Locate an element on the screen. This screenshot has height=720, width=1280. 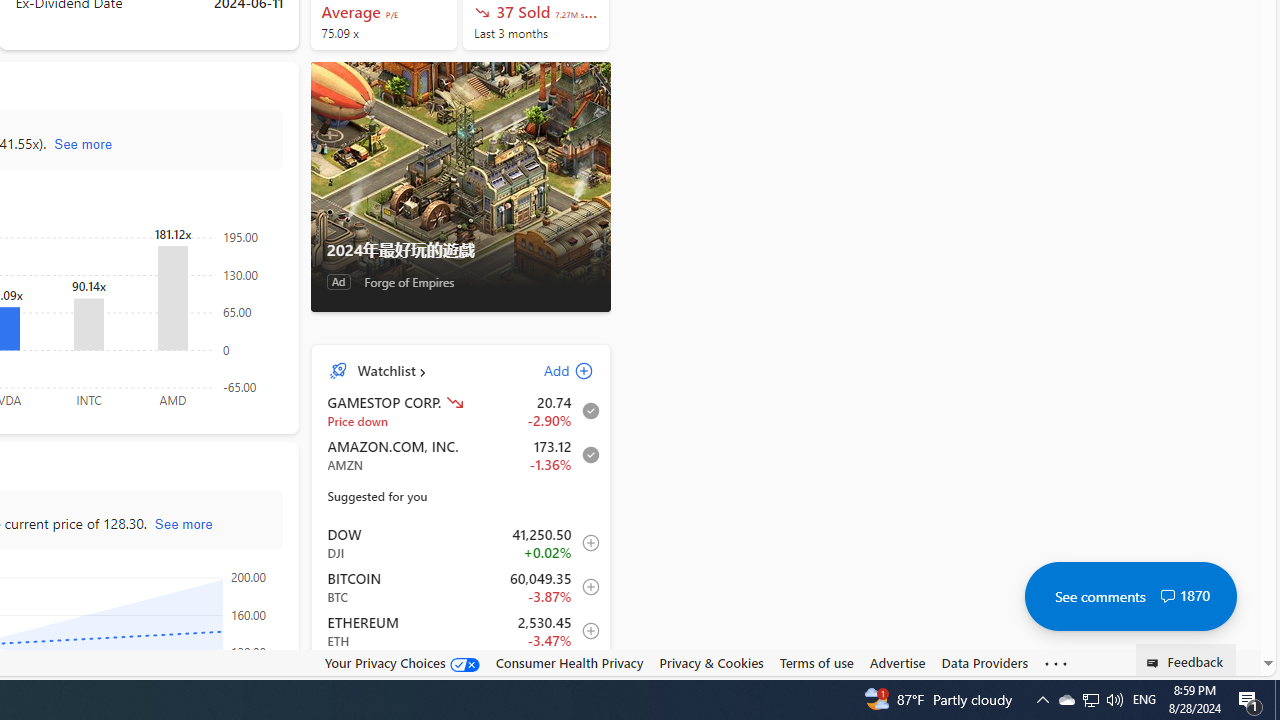
'Privacy & Cookies' is located at coordinates (711, 662).